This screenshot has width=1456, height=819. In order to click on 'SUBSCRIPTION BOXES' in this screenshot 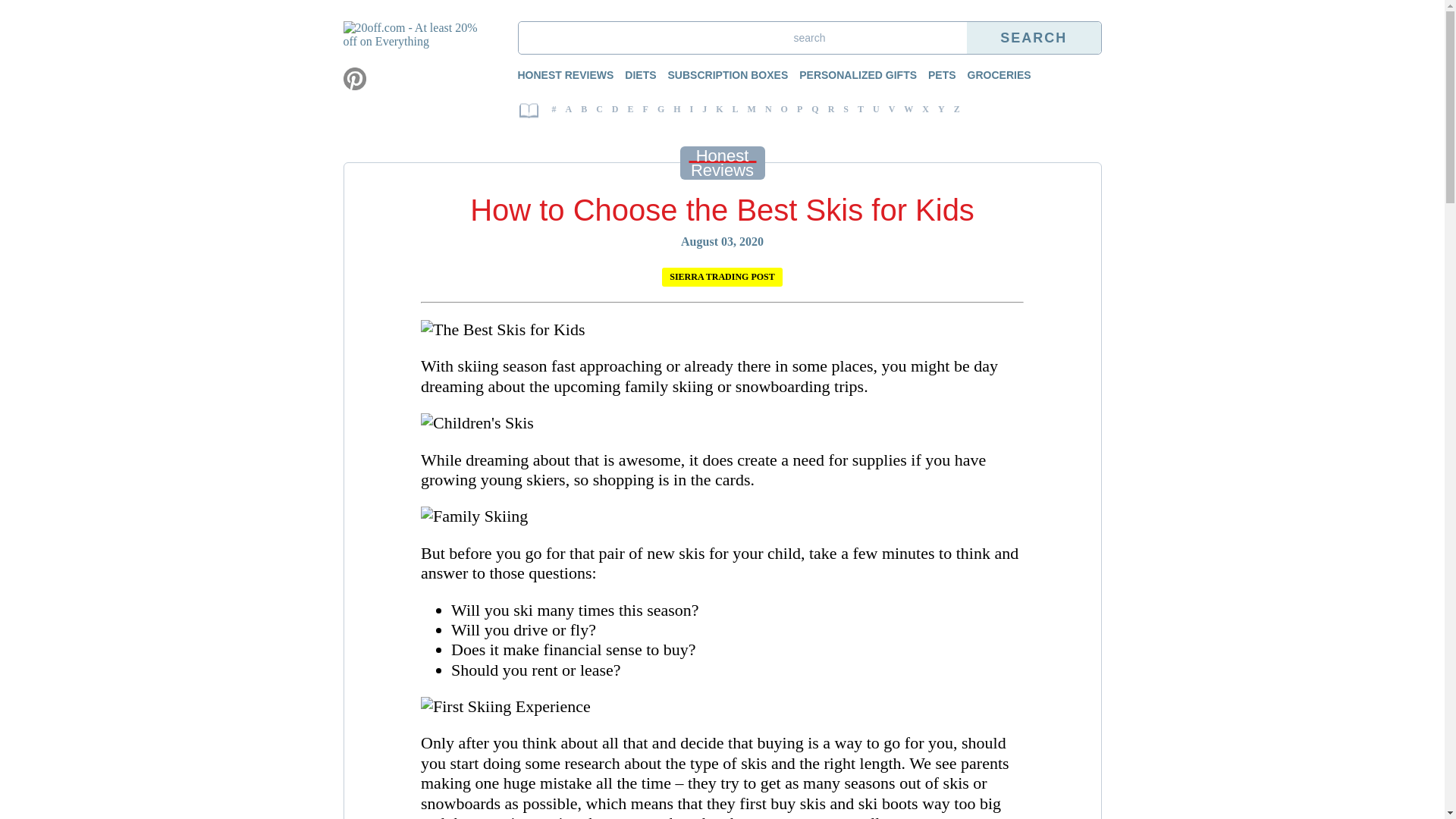, I will do `click(720, 73)`.